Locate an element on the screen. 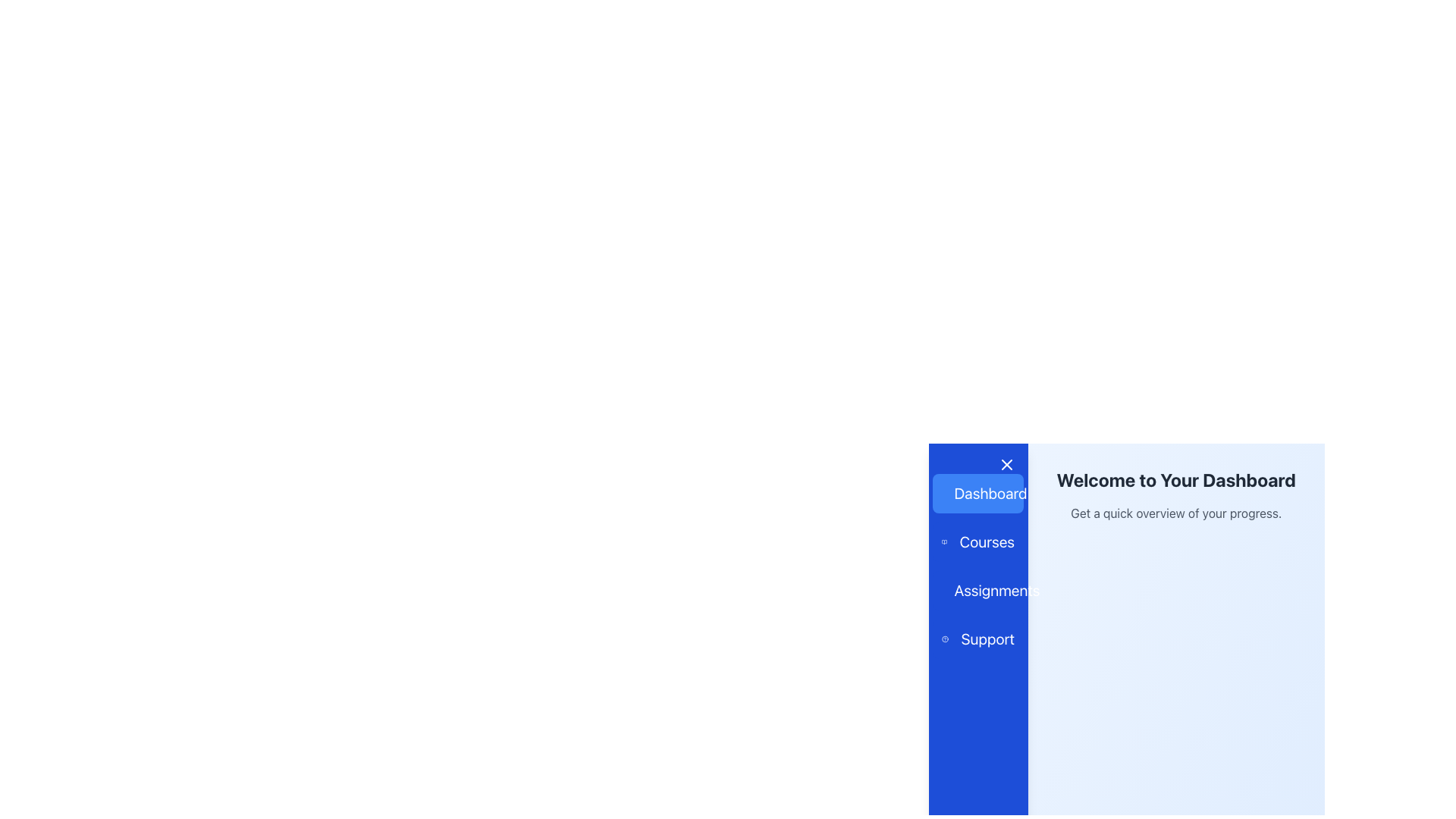 The height and width of the screenshot is (819, 1456). the blue rounded button labeled 'Assignments' in the vertical navigation menu is located at coordinates (978, 590).